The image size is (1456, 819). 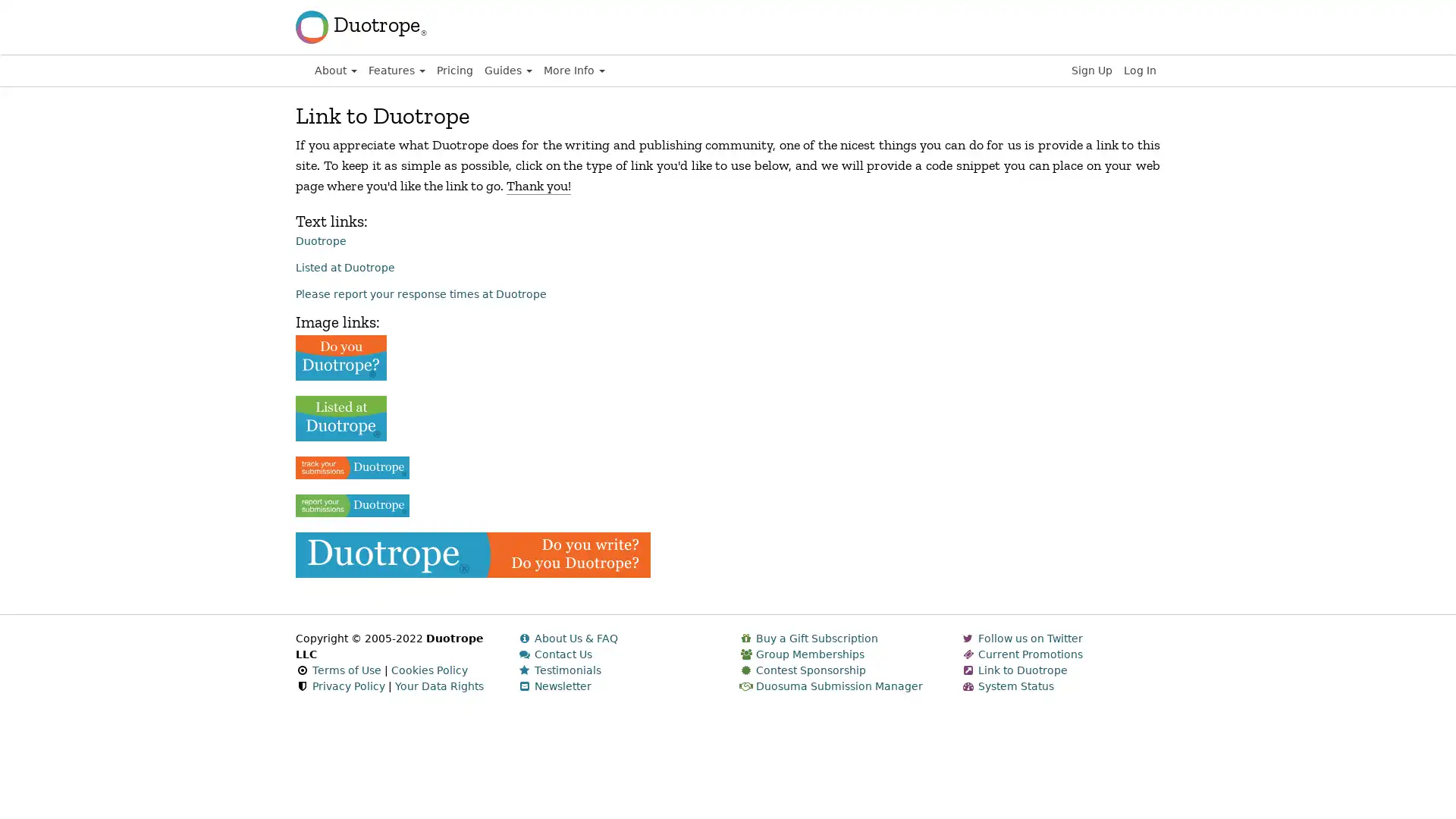 What do you see at coordinates (352, 466) in the screenshot?
I see `Submit` at bounding box center [352, 466].